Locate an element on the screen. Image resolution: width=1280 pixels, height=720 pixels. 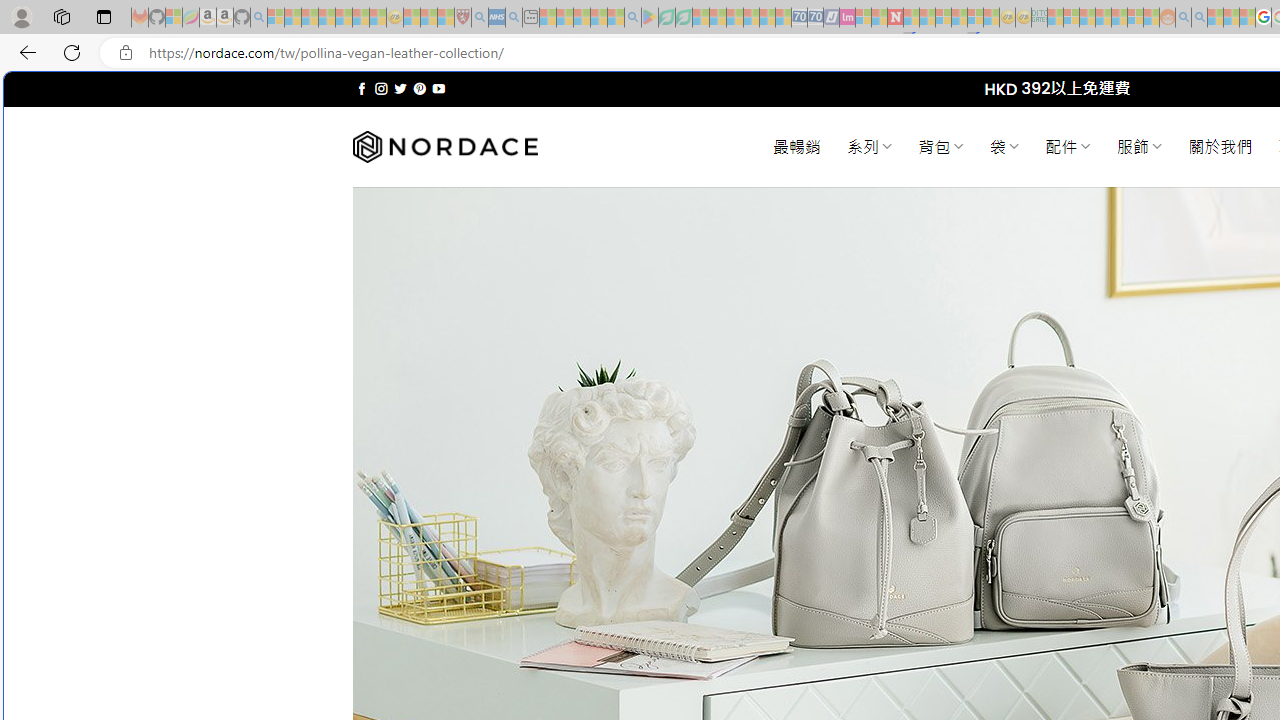
'Recipes - MSN - Sleeping' is located at coordinates (411, 17).